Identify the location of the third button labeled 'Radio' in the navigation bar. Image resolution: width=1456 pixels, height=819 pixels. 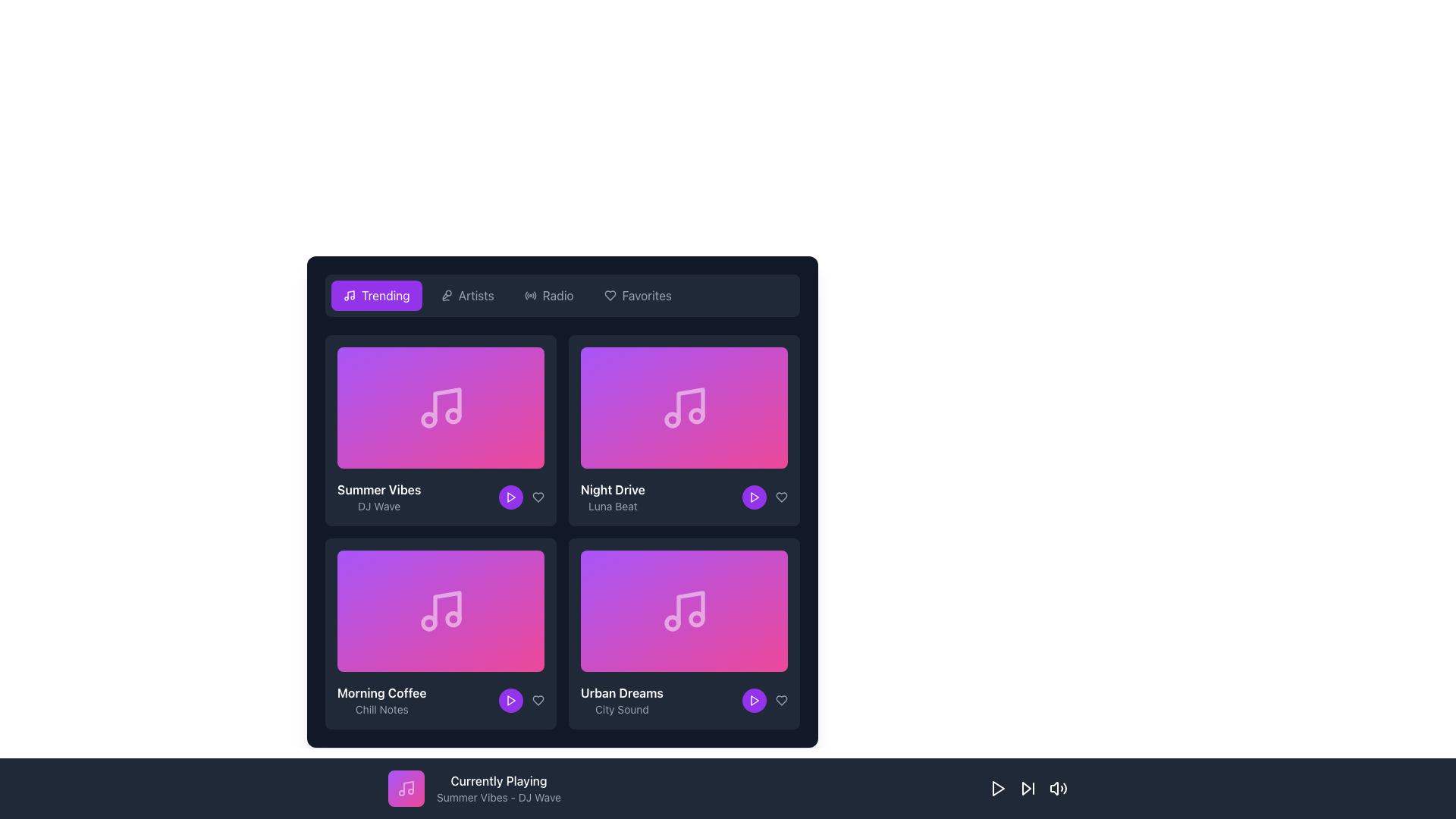
(562, 295).